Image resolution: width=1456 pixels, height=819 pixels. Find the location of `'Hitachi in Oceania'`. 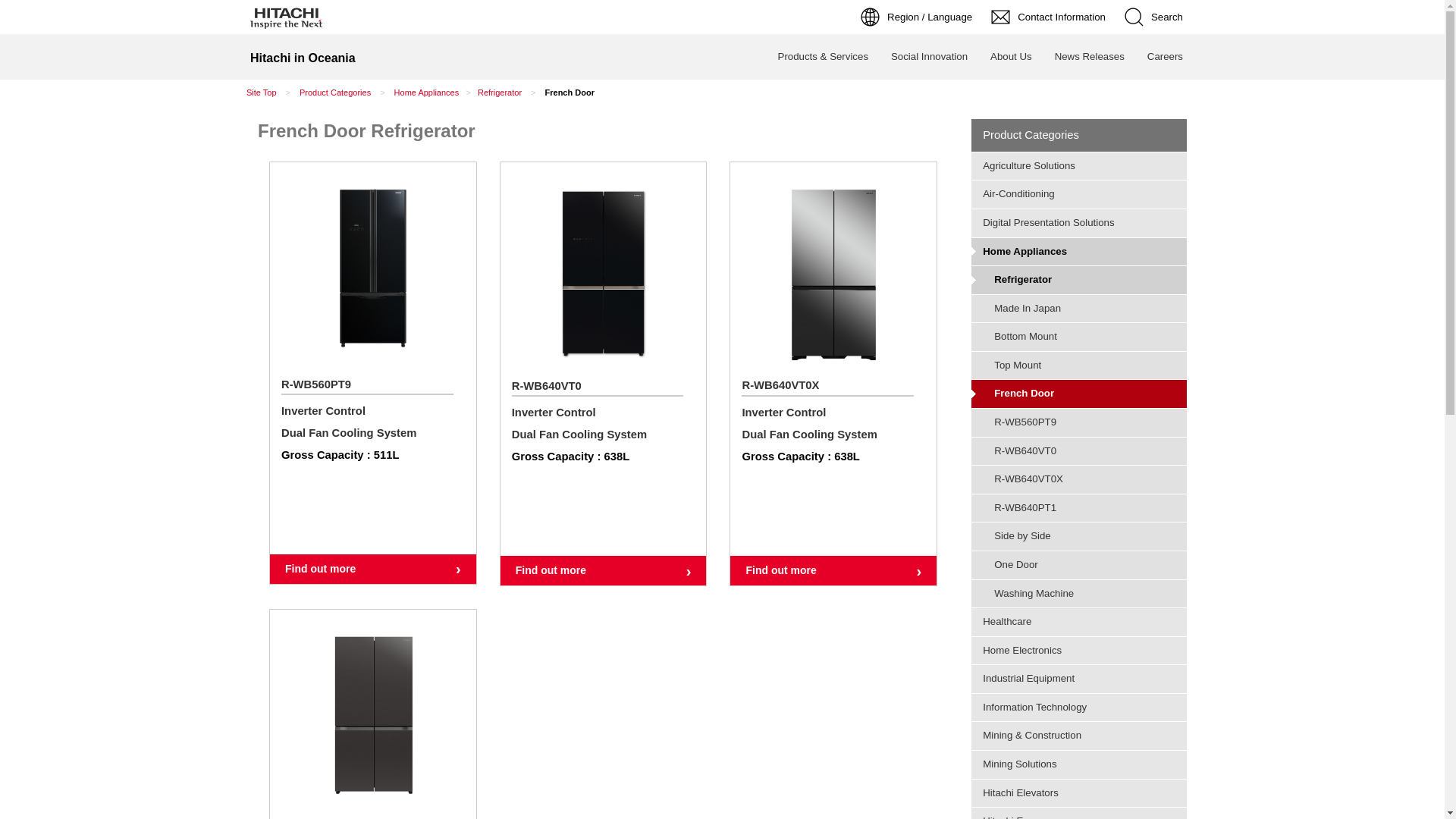

'Hitachi in Oceania' is located at coordinates (303, 55).